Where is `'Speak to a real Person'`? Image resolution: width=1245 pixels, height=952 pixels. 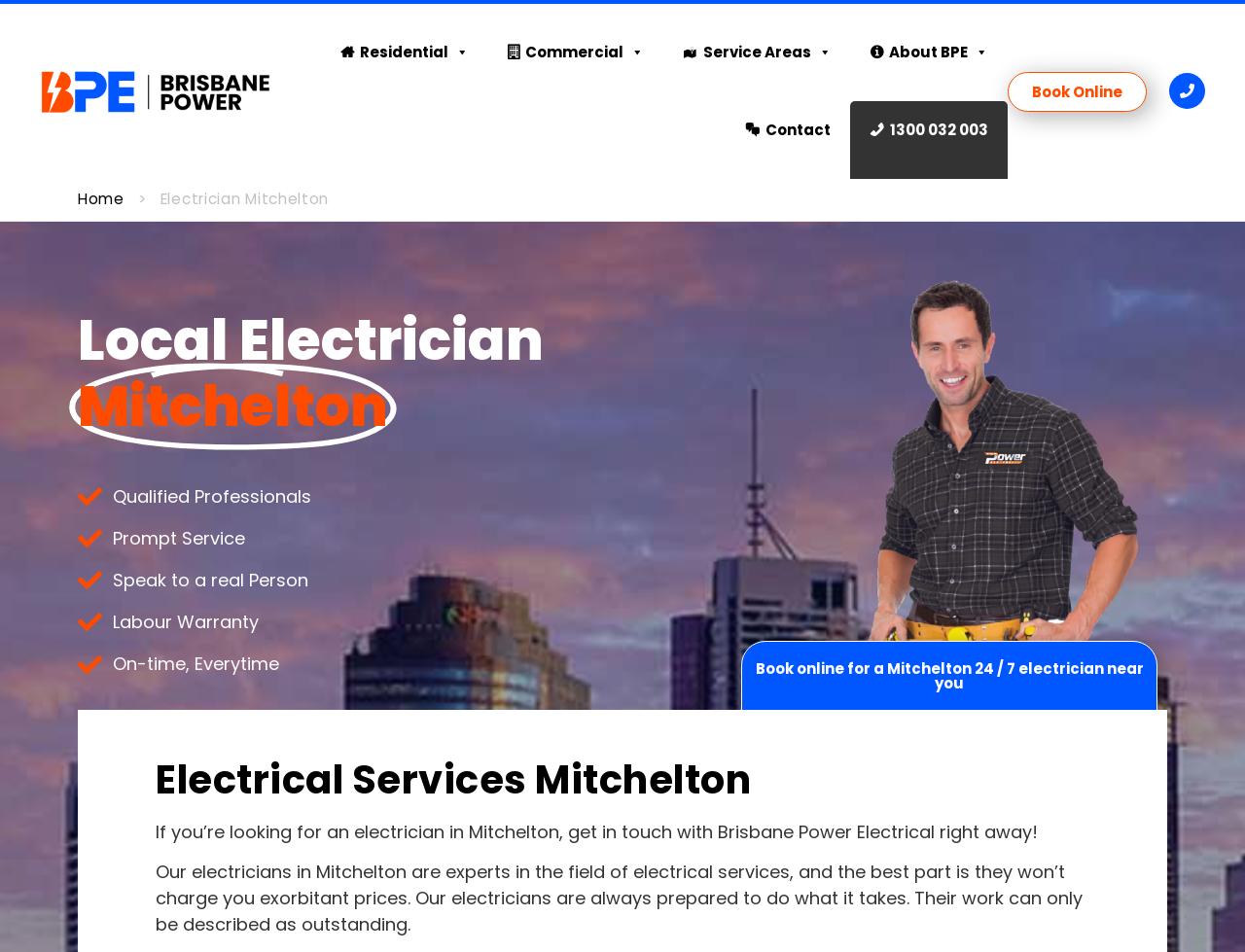 'Speak to a real Person' is located at coordinates (210, 579).